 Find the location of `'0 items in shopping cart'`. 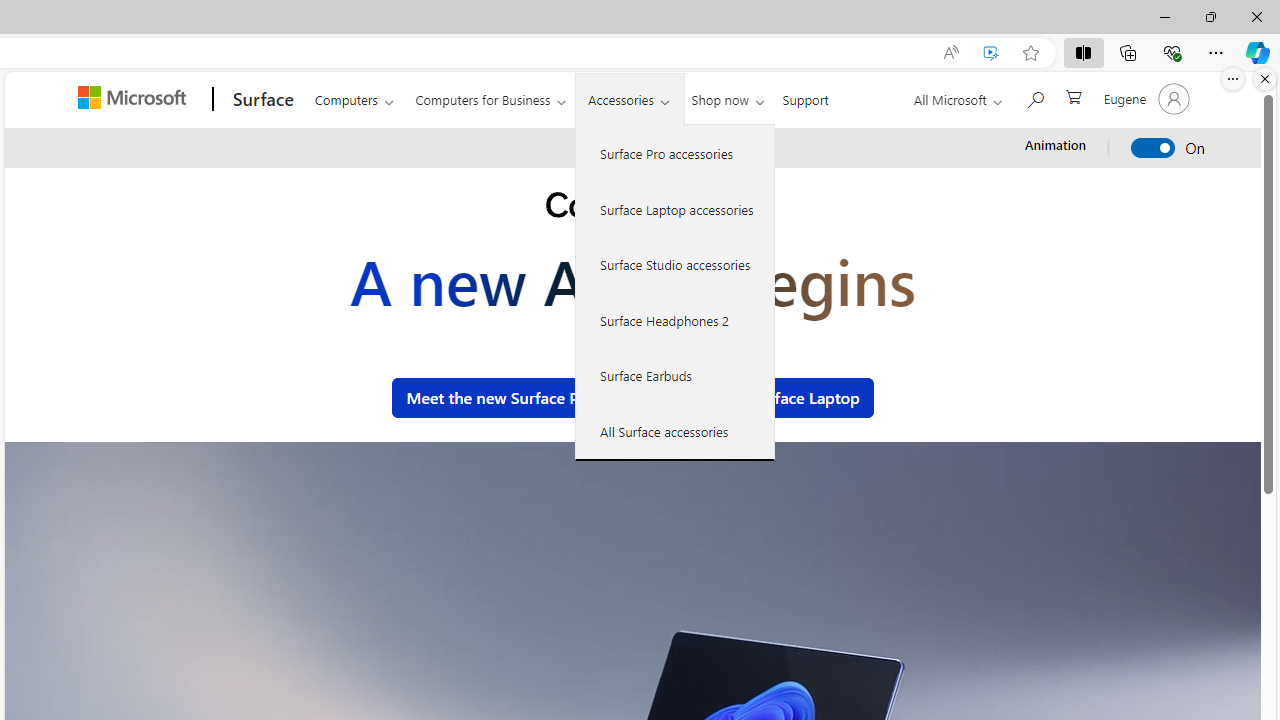

'0 items in shopping cart' is located at coordinates (1072, 95).